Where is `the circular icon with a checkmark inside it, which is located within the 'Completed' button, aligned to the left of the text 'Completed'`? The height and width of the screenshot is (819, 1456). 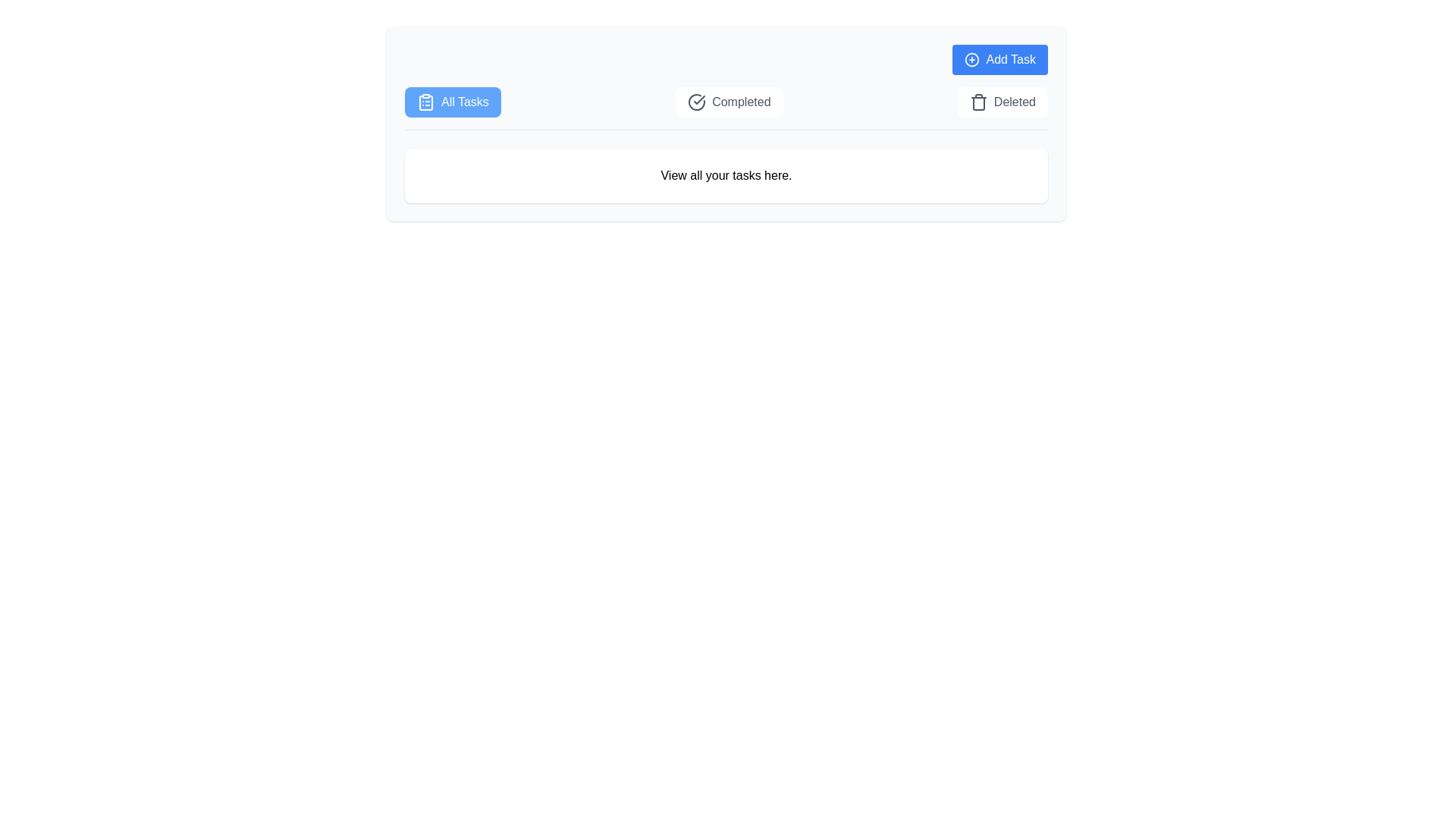
the circular icon with a checkmark inside it, which is located within the 'Completed' button, aligned to the left of the text 'Completed' is located at coordinates (696, 102).